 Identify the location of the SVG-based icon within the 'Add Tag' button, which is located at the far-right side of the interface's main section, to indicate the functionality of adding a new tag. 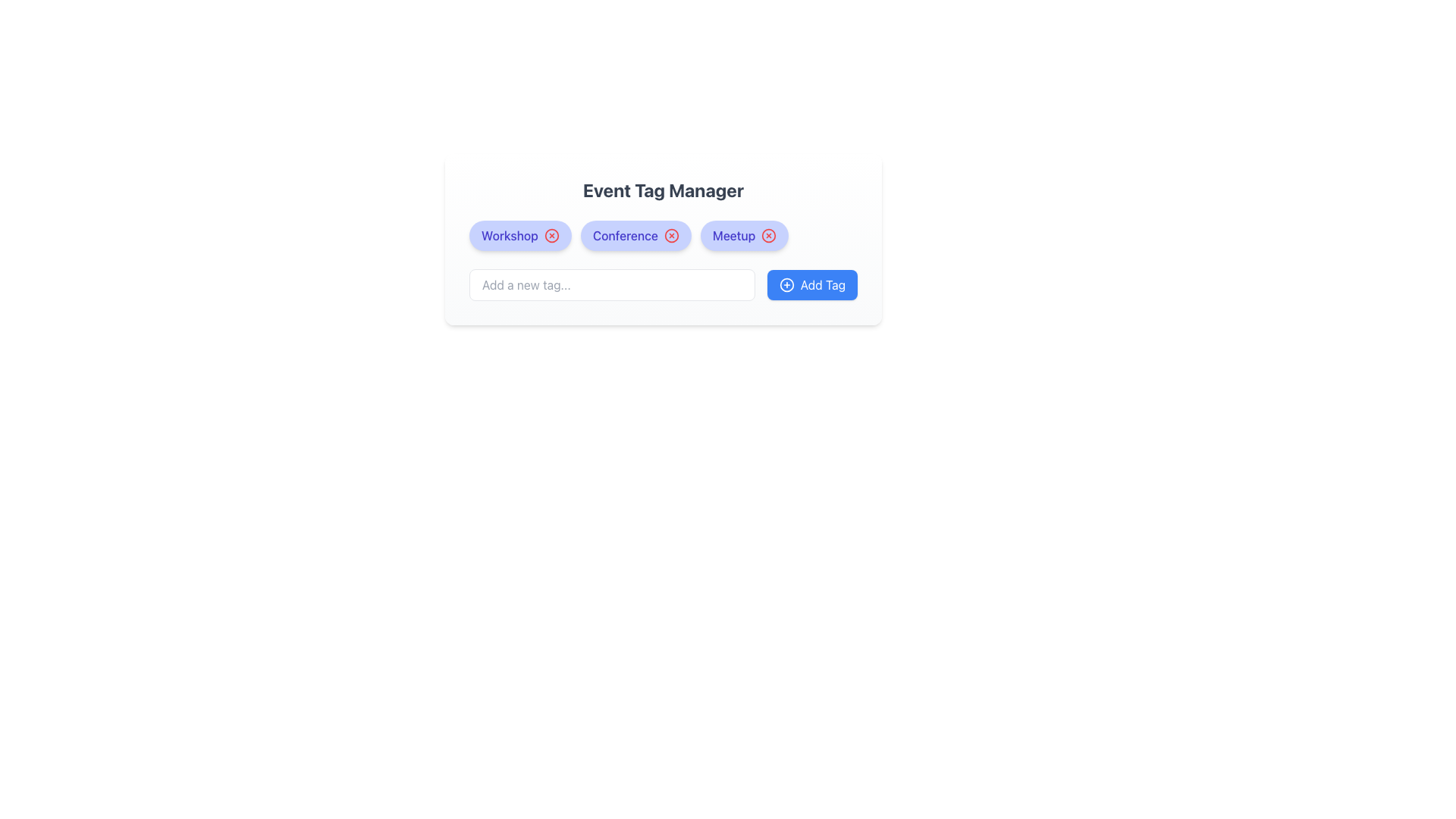
(786, 284).